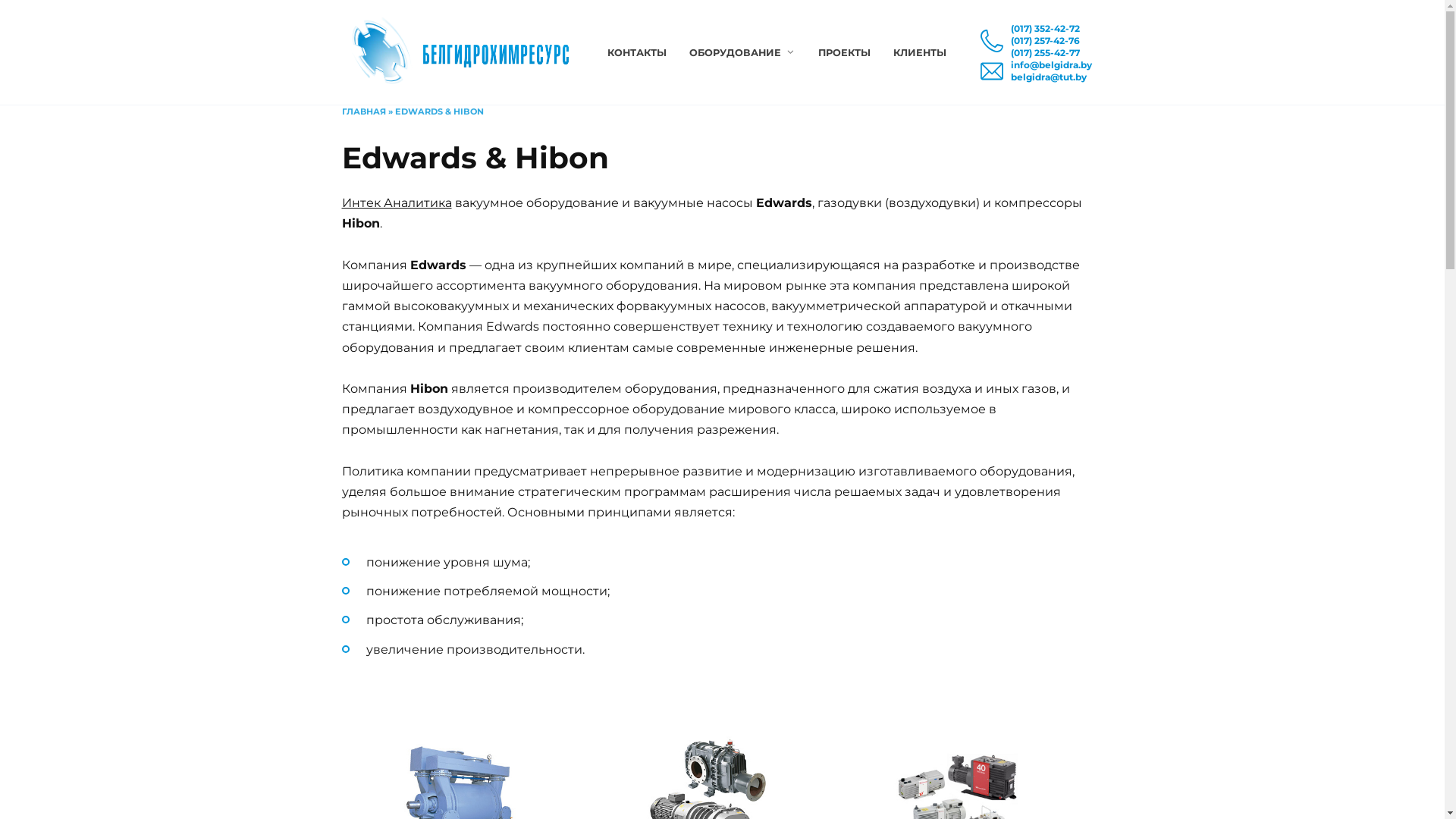  What do you see at coordinates (1043, 29) in the screenshot?
I see `'(017) 352-42-72'` at bounding box center [1043, 29].